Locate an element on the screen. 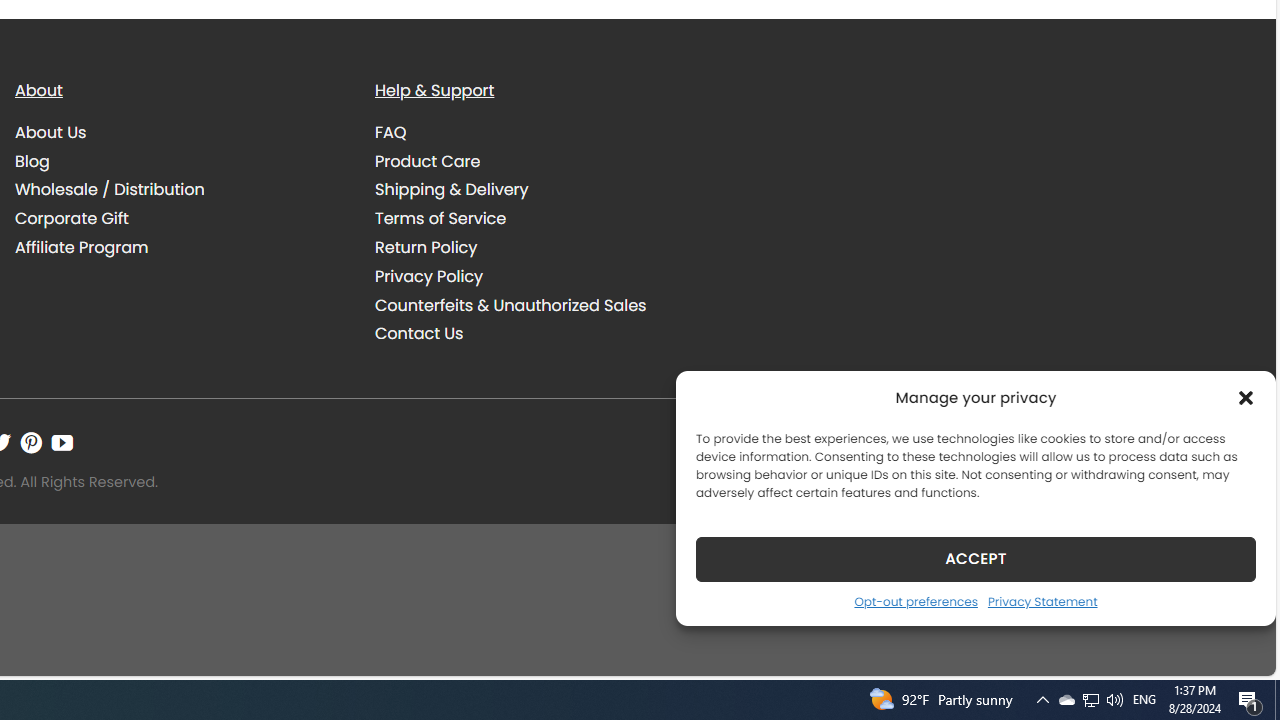  'Wholesale / Distribution' is located at coordinates (109, 190).